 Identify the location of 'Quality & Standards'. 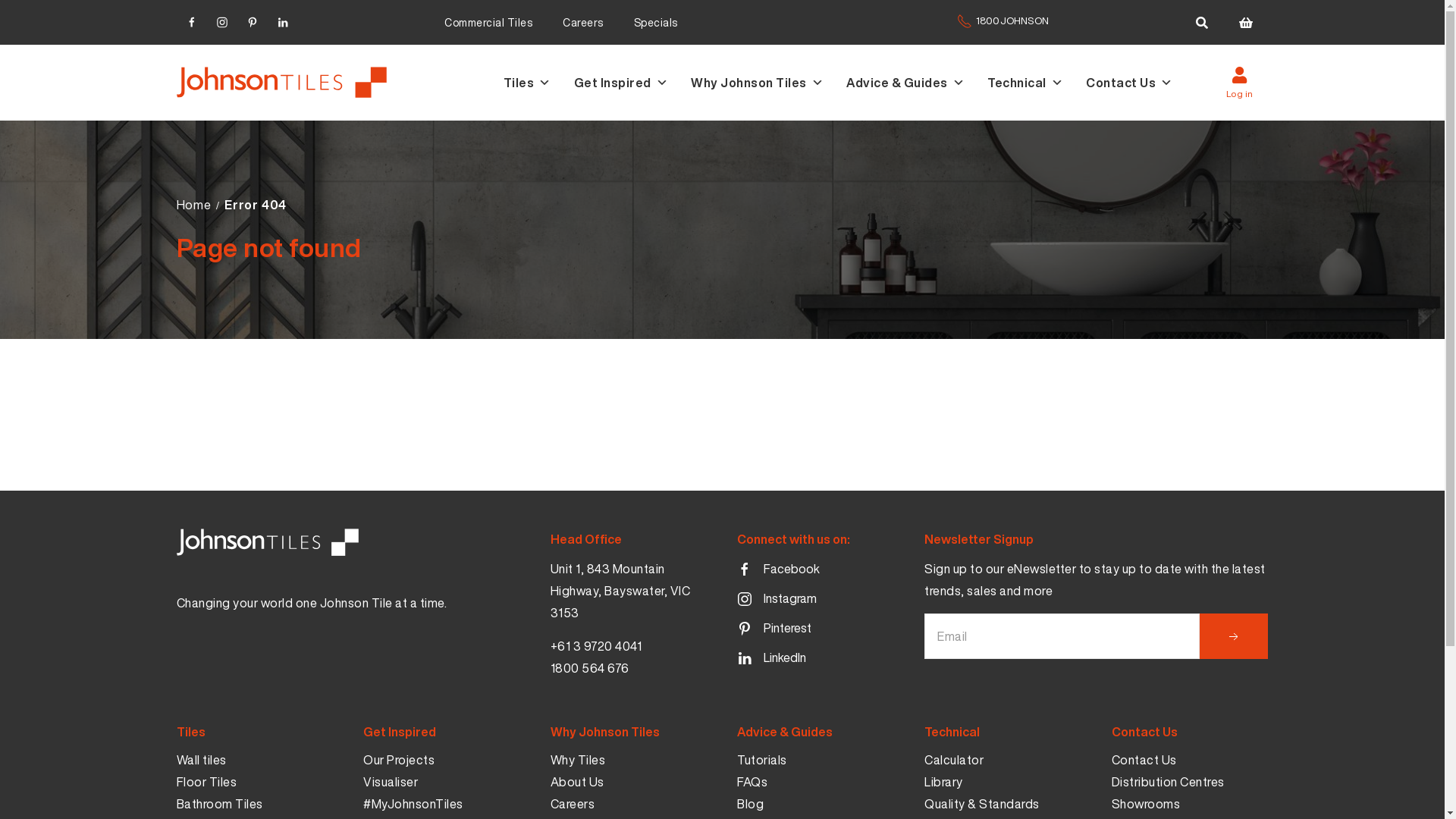
(982, 803).